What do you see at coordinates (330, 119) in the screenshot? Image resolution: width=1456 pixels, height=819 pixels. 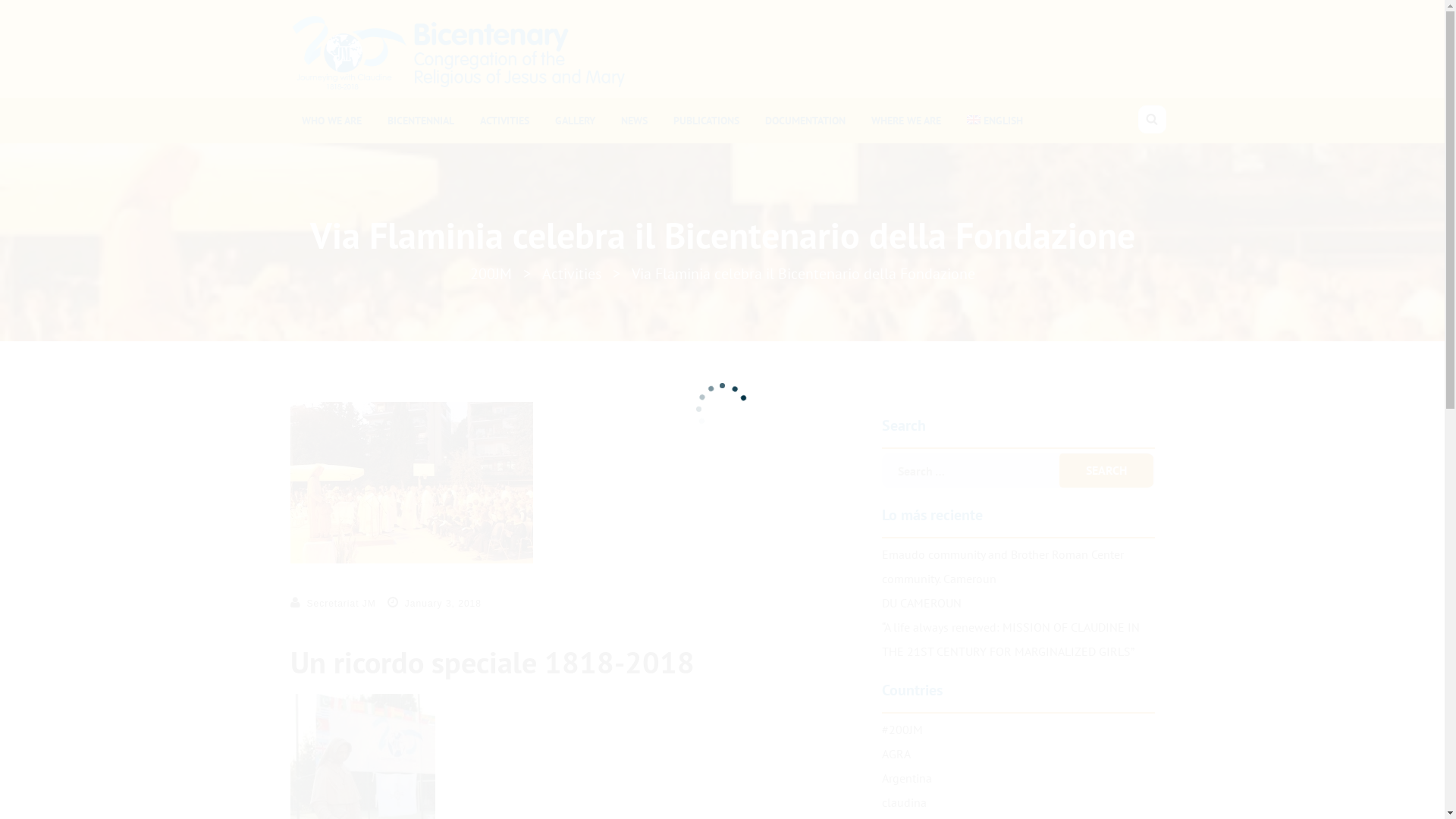 I see `'WHO WE ARE'` at bounding box center [330, 119].